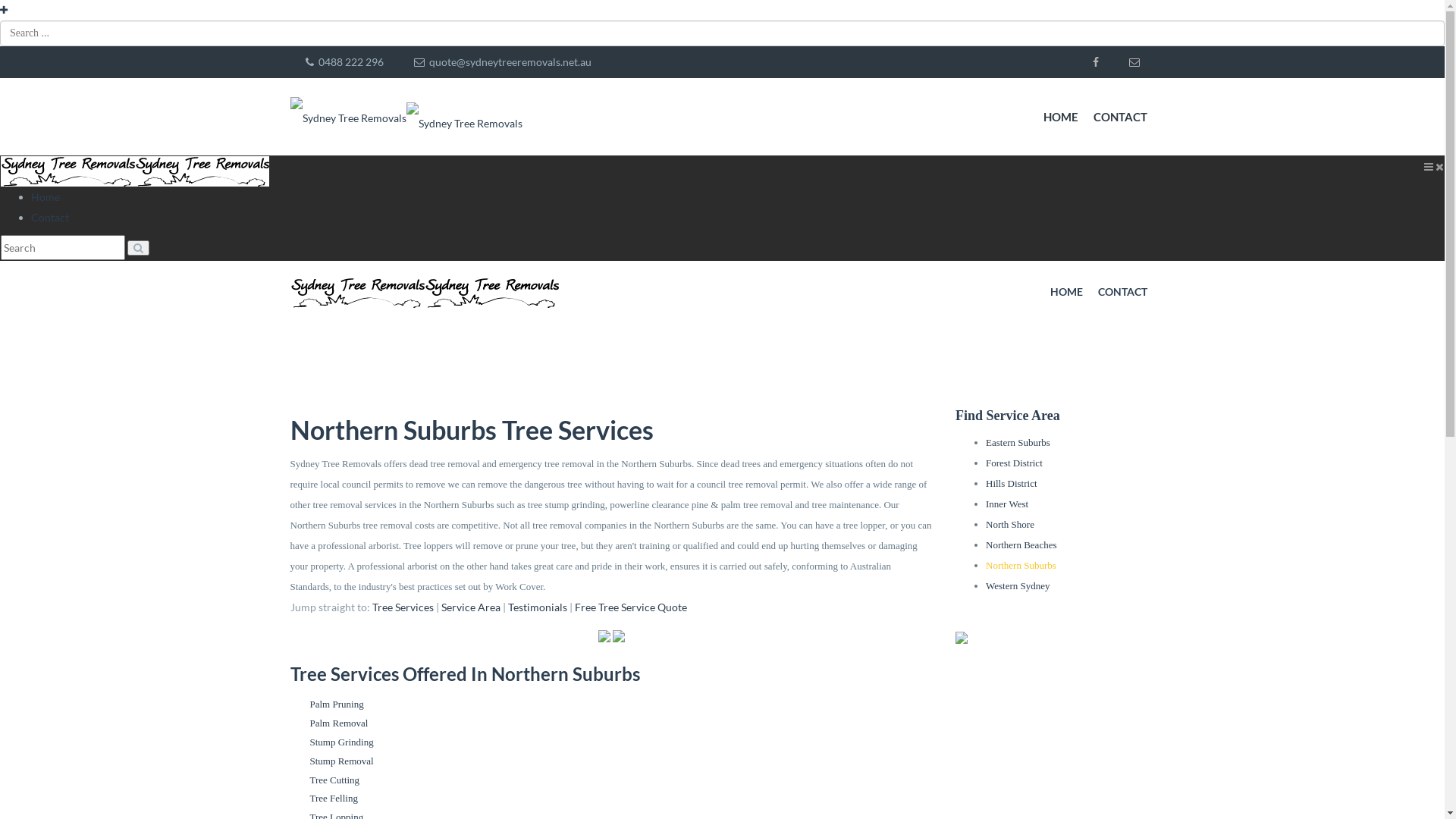 The image size is (1456, 819). What do you see at coordinates (1018, 585) in the screenshot?
I see `'Western Sydney'` at bounding box center [1018, 585].